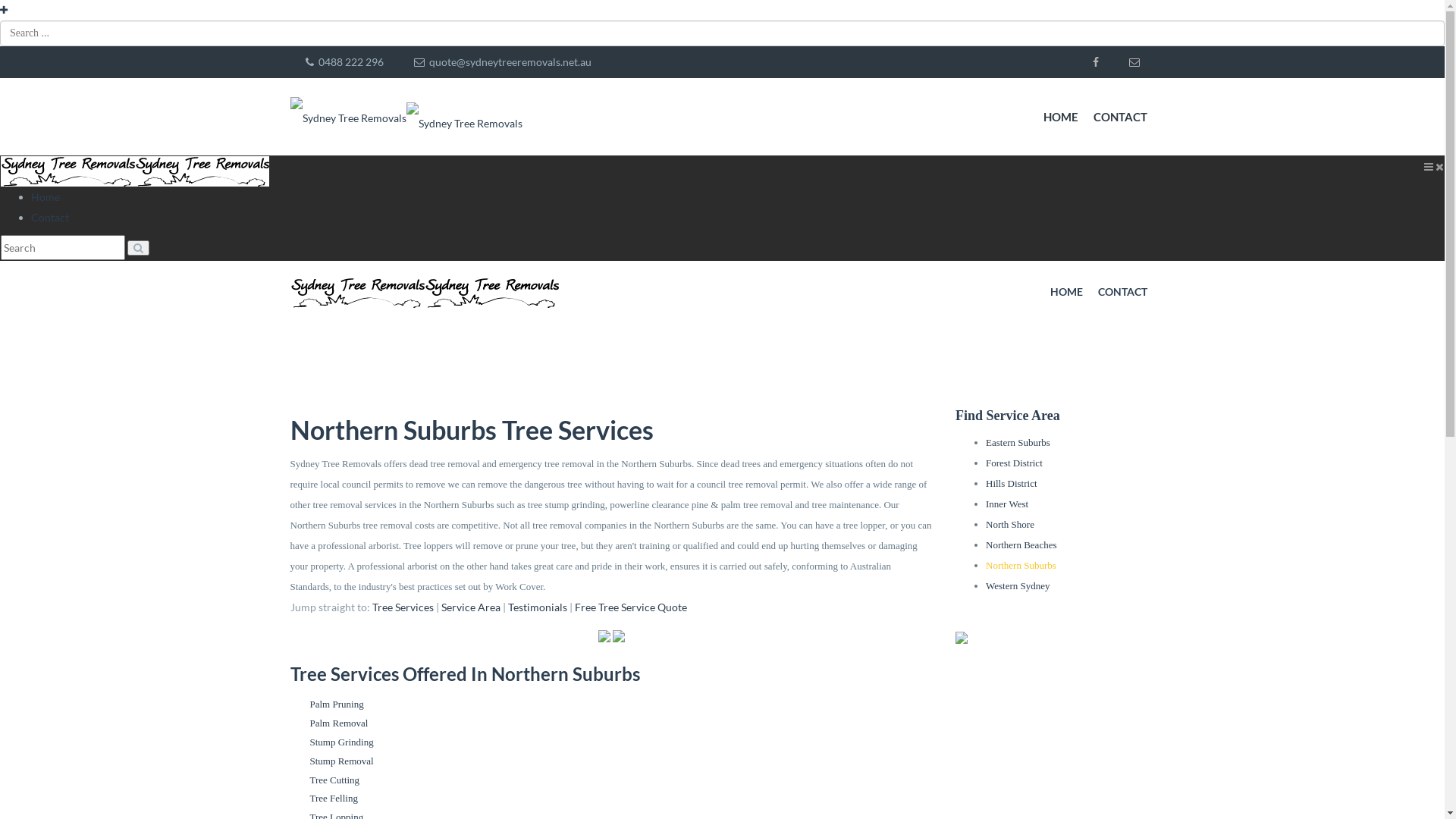 The image size is (1456, 819). What do you see at coordinates (1018, 585) in the screenshot?
I see `'Western Sydney'` at bounding box center [1018, 585].